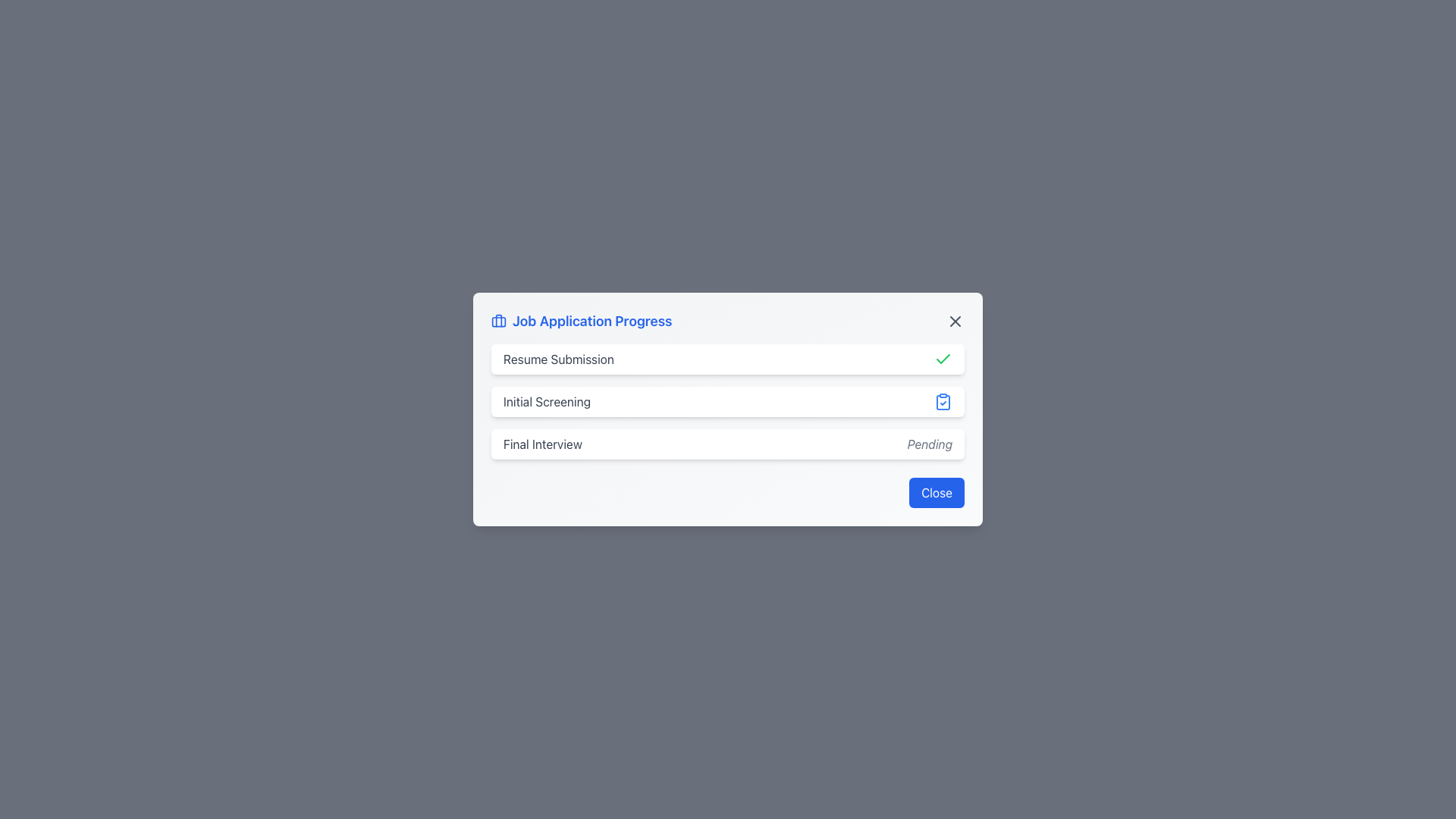 This screenshot has width=1456, height=819. What do you see at coordinates (954, 321) in the screenshot?
I see `the close button located in the top-right corner of the modal header bar, adjacent to the title 'Job Application Progress'` at bounding box center [954, 321].